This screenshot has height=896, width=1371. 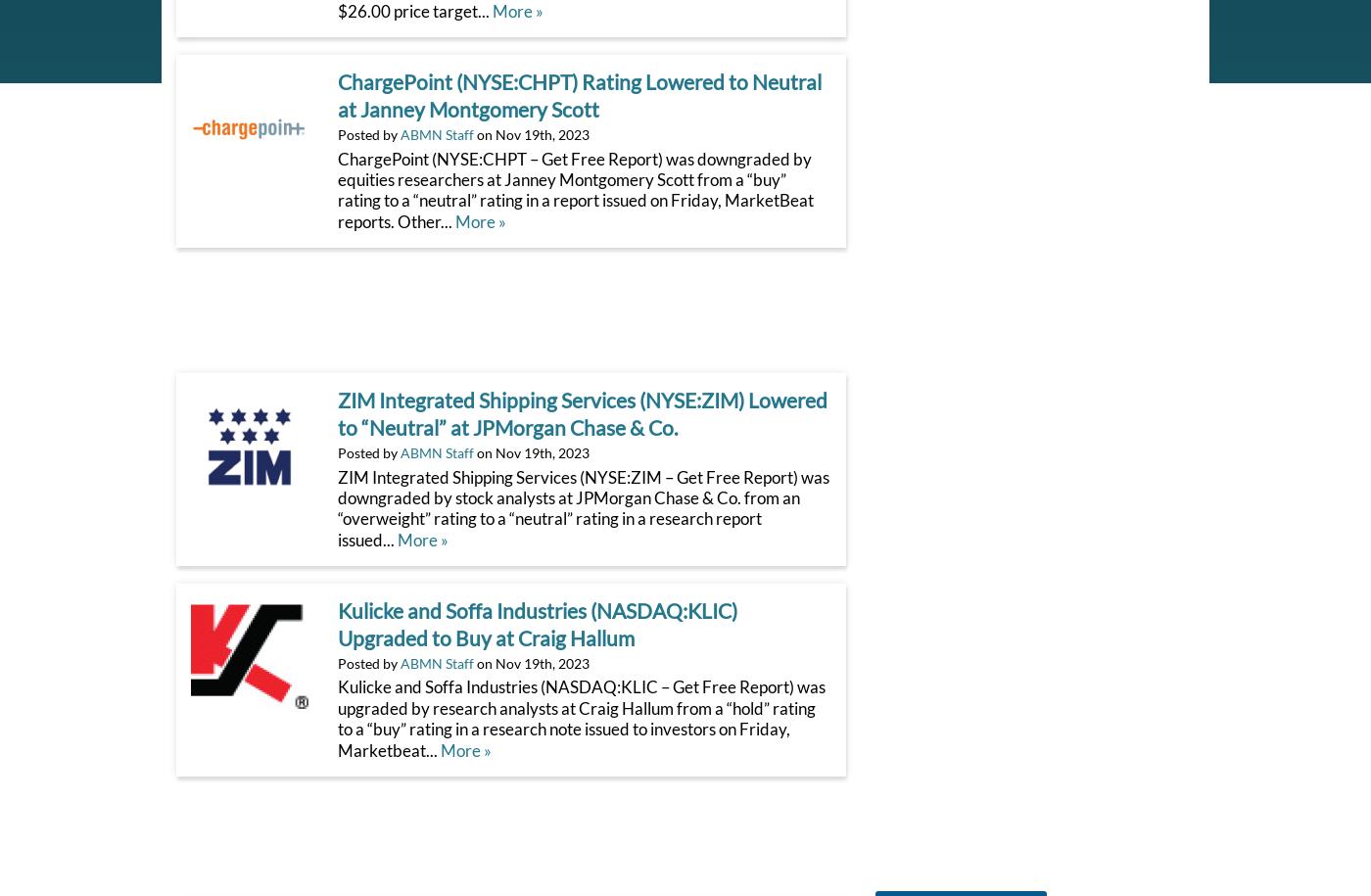 I want to click on 'ZIM Integrated Shipping Services (NYSE:ZIM – Get Free Report) was downgraded by stock analysts at JPMorgan Chase & Co. from an “overweight” rating to a “neutral” rating in a research report issued...', so click(x=583, y=507).